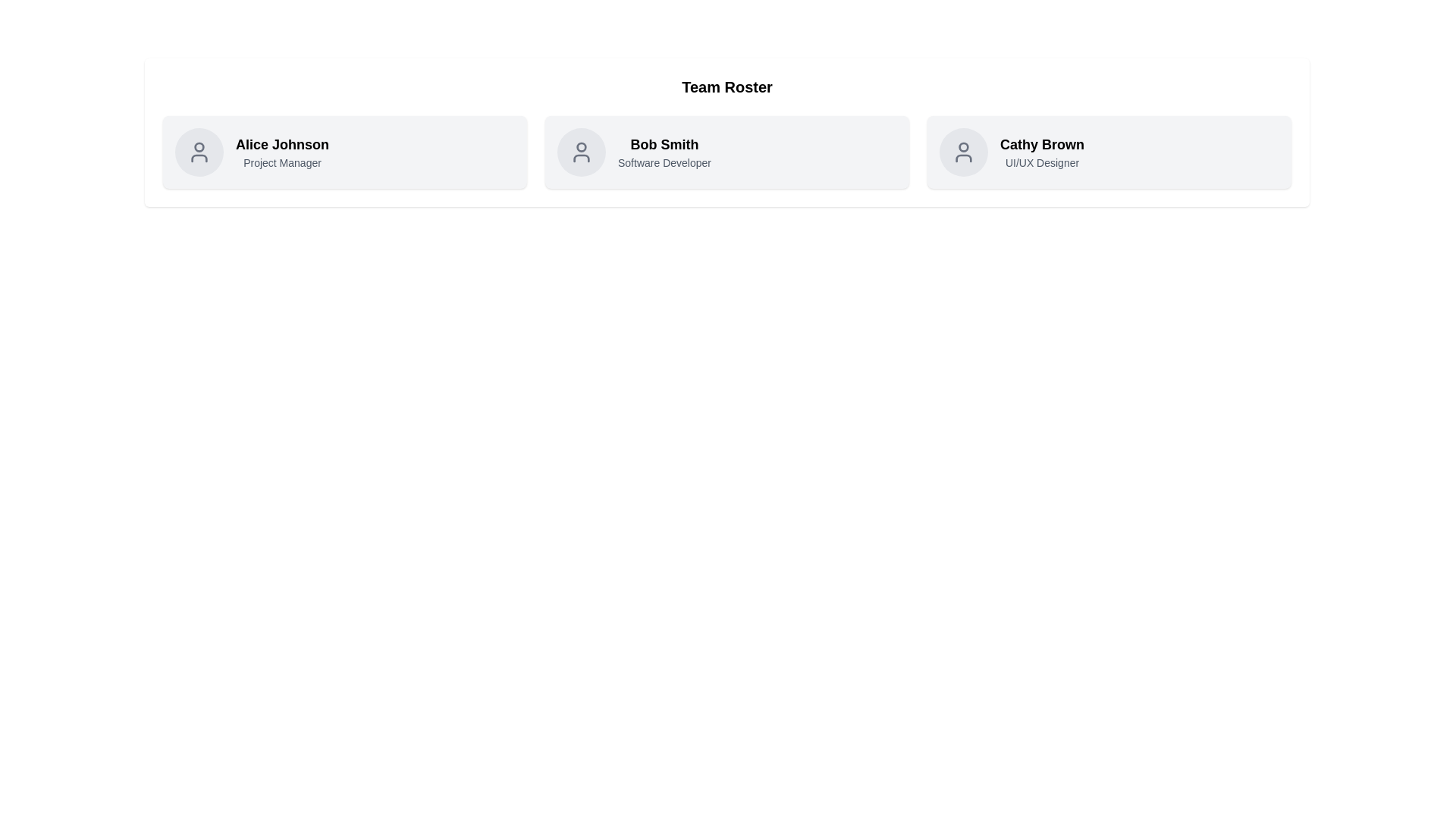 This screenshot has width=1456, height=819. Describe the element at coordinates (726, 152) in the screenshot. I see `the card component displaying 'Bob Smith' and 'Software Developer' in the Team Roster section` at that location.